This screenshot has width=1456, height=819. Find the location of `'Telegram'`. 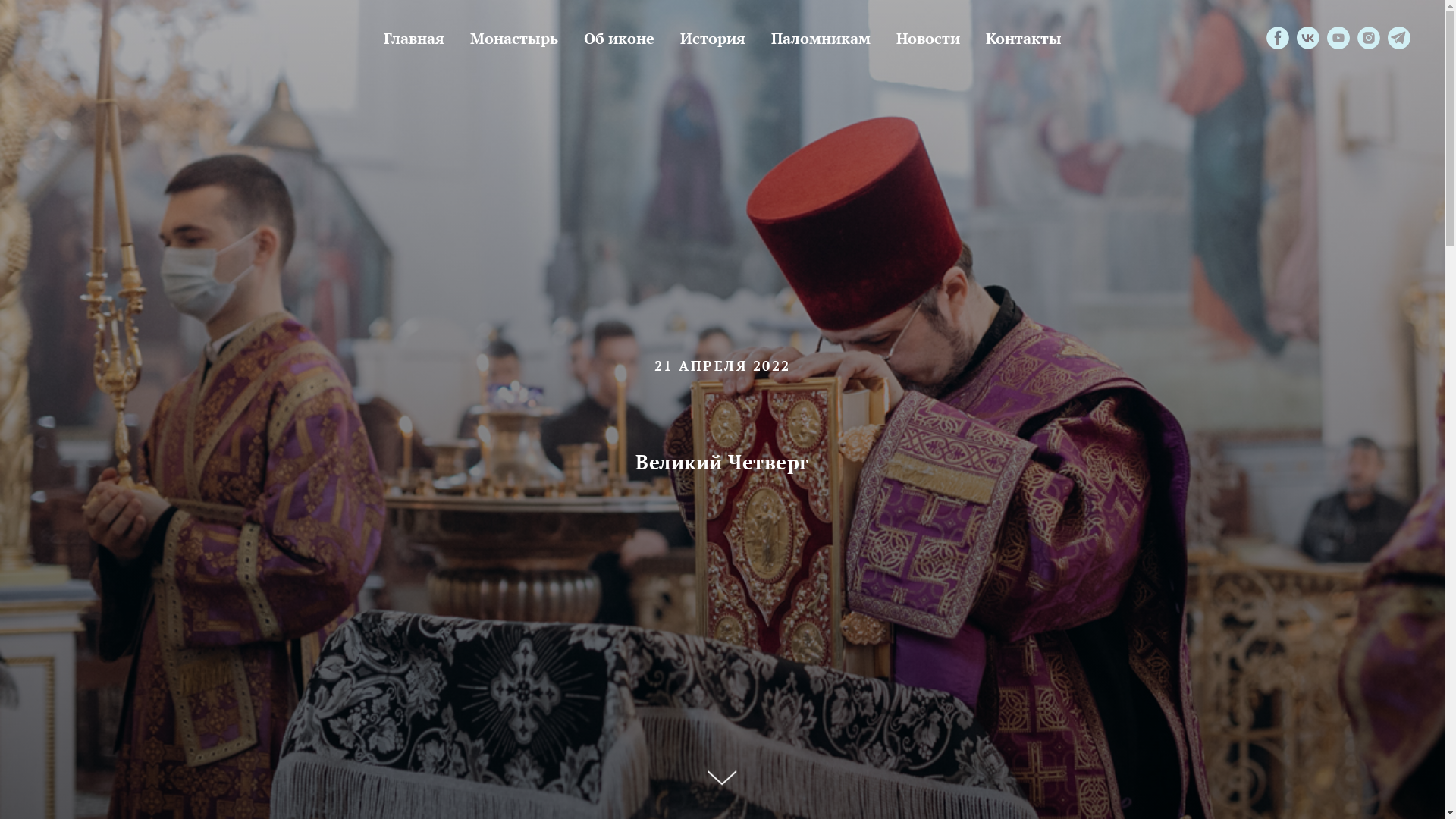

'Telegram' is located at coordinates (1398, 37).